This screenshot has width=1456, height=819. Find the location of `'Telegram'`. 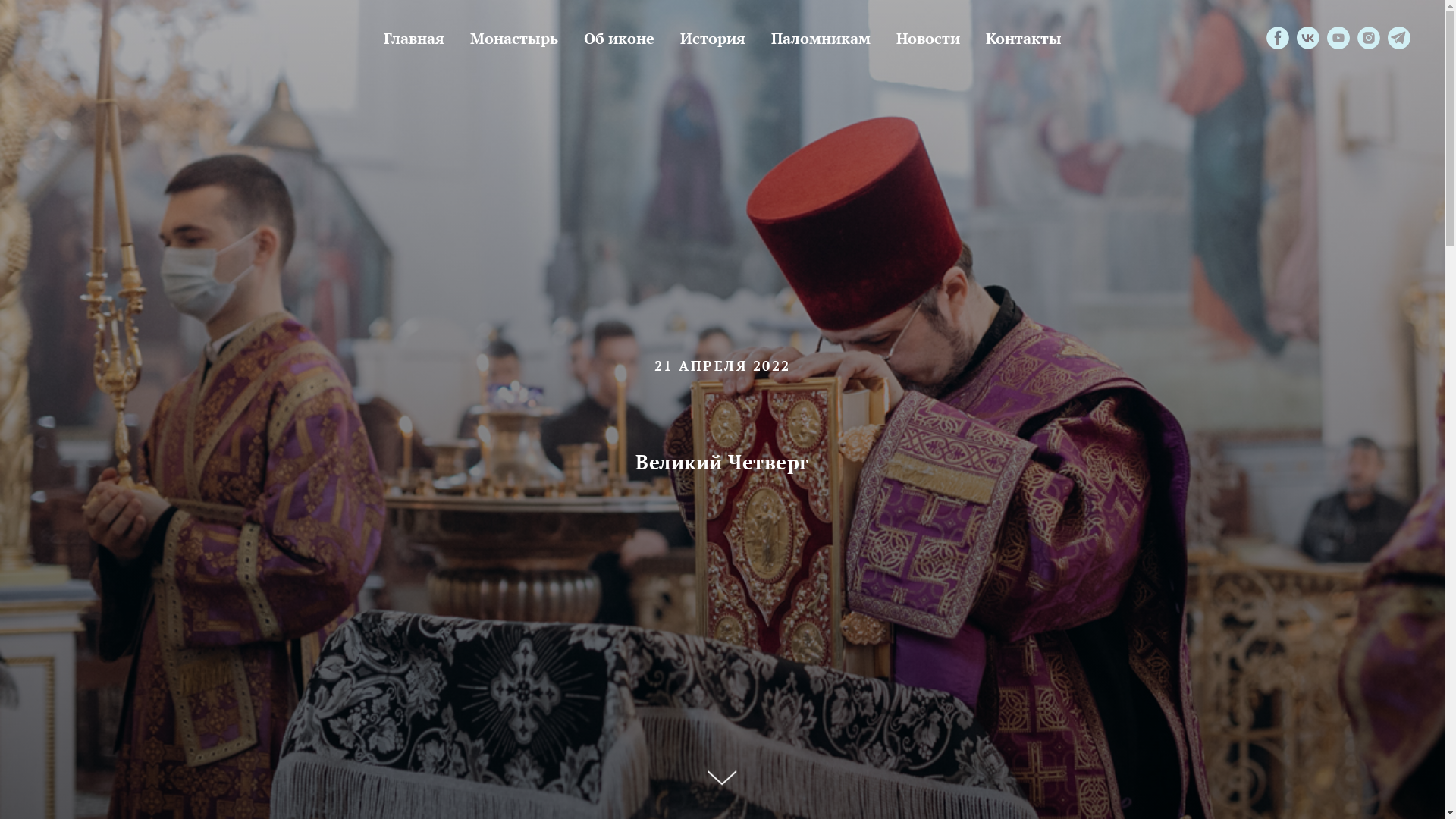

'Telegram' is located at coordinates (1398, 37).